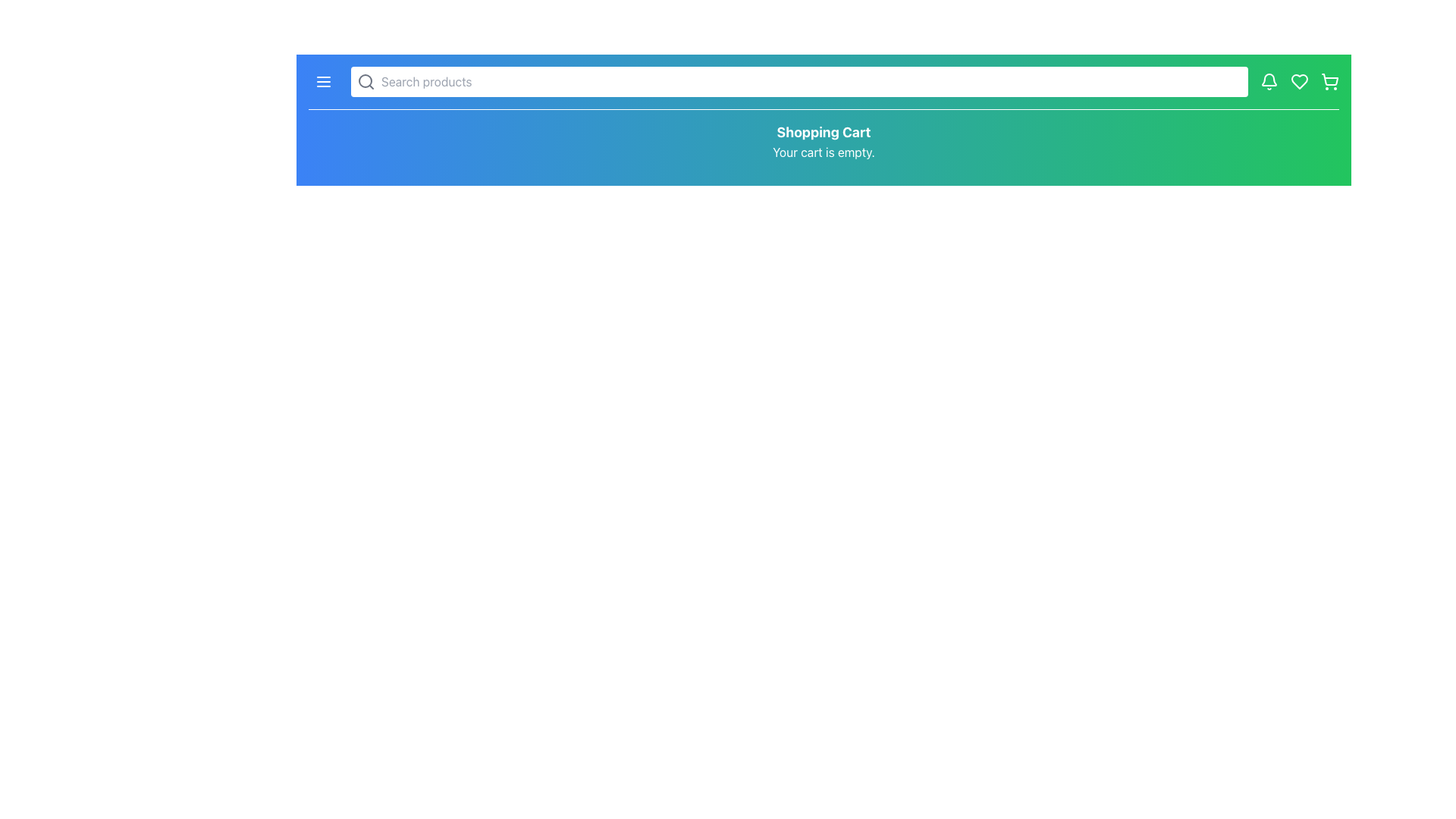  I want to click on shopping cart label located at the top of the page, which indicates the current section of the page, so click(823, 131).